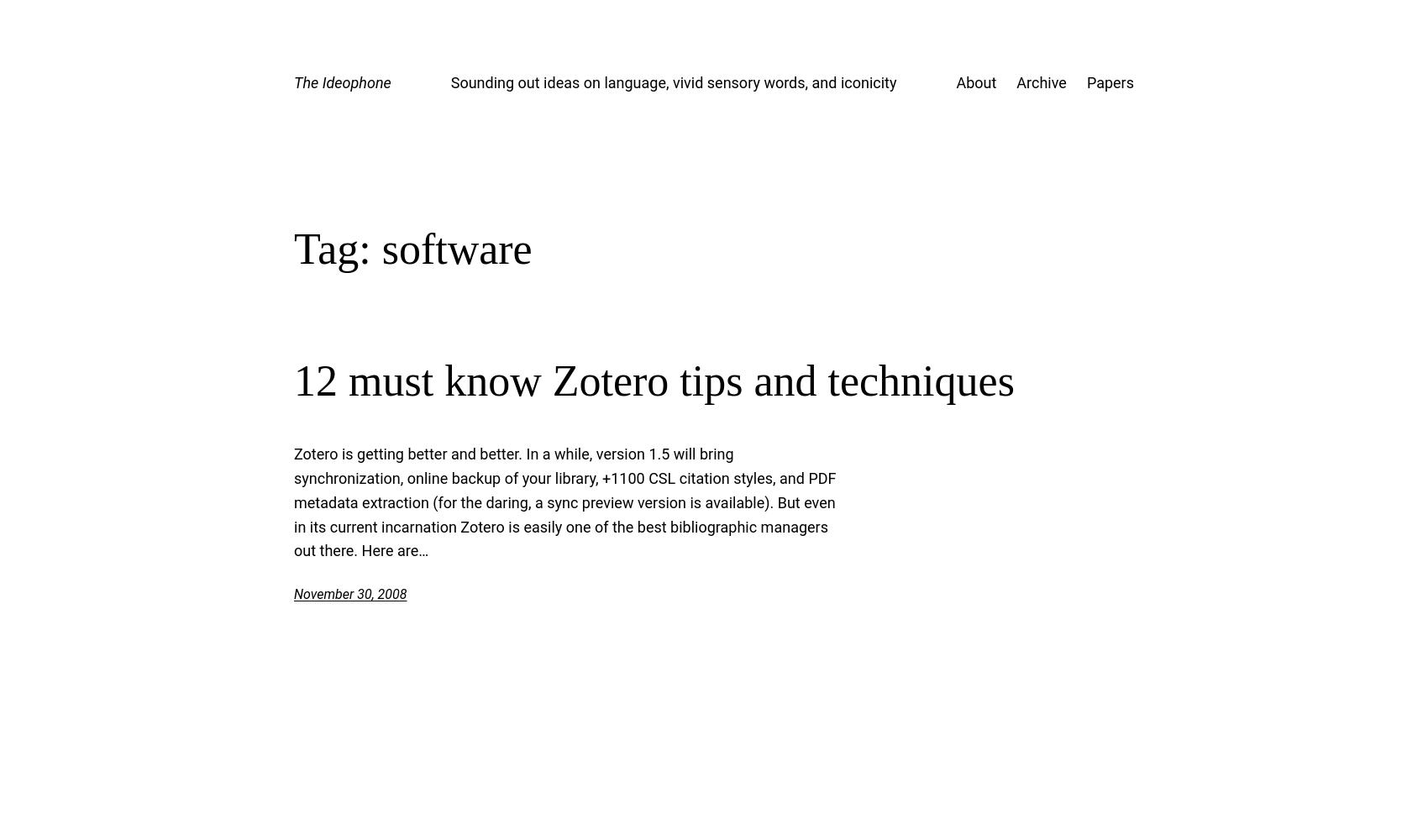  Describe the element at coordinates (349, 593) in the screenshot. I see `'November 30, 2008'` at that location.